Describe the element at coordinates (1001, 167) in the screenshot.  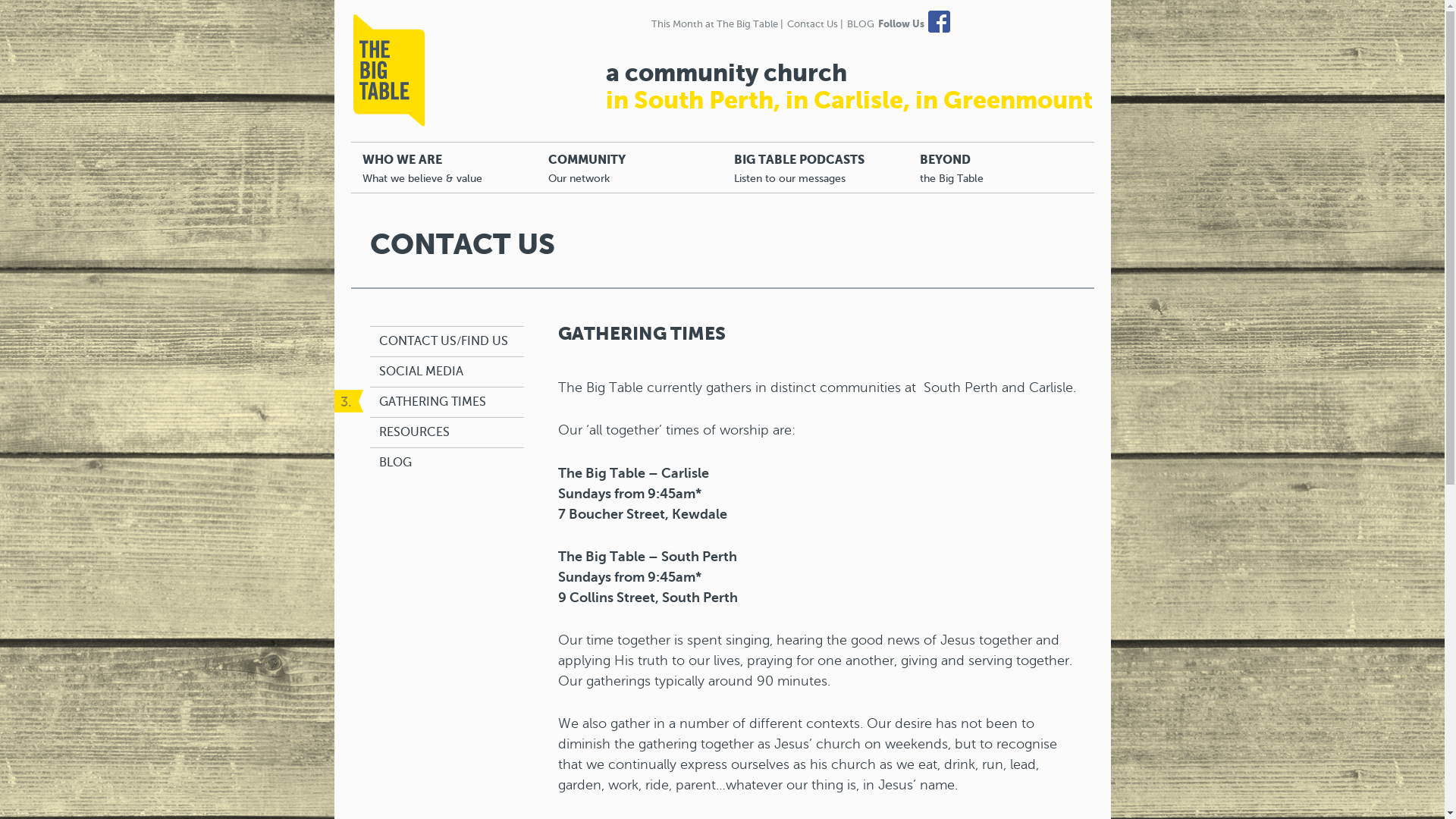
I see `'BEYOND` at that location.